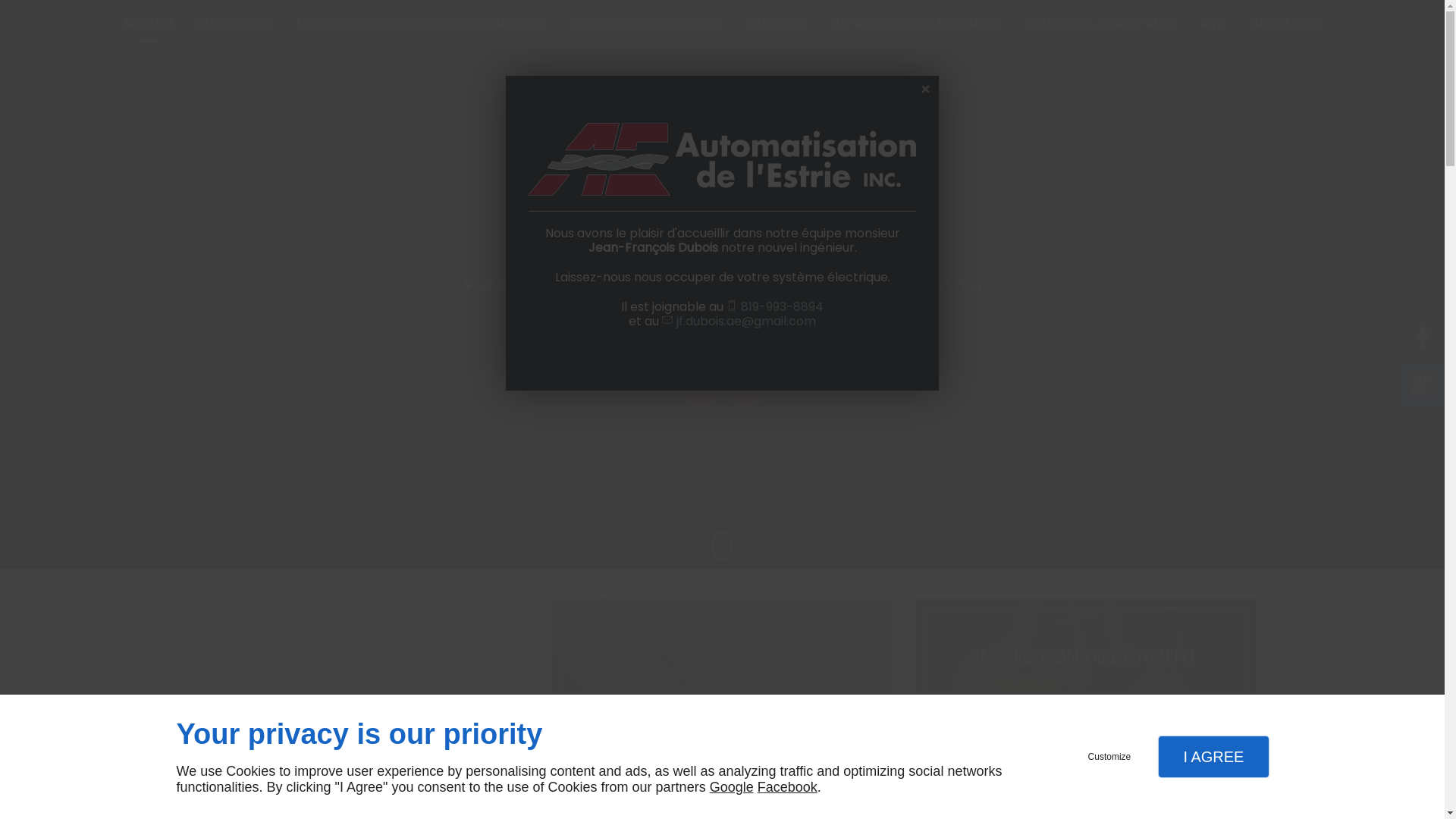 The image size is (1456, 819). What do you see at coordinates (1285, 24) in the screenshot?
I see `'INFOLETTRE'` at bounding box center [1285, 24].